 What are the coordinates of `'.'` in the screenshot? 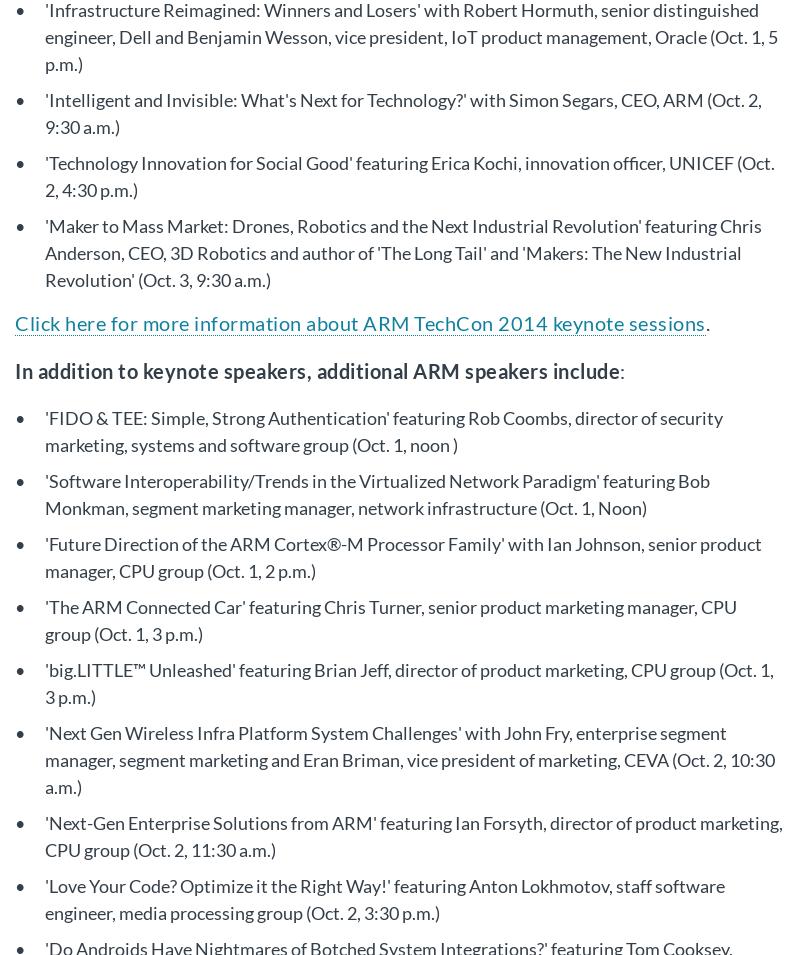 It's located at (706, 321).